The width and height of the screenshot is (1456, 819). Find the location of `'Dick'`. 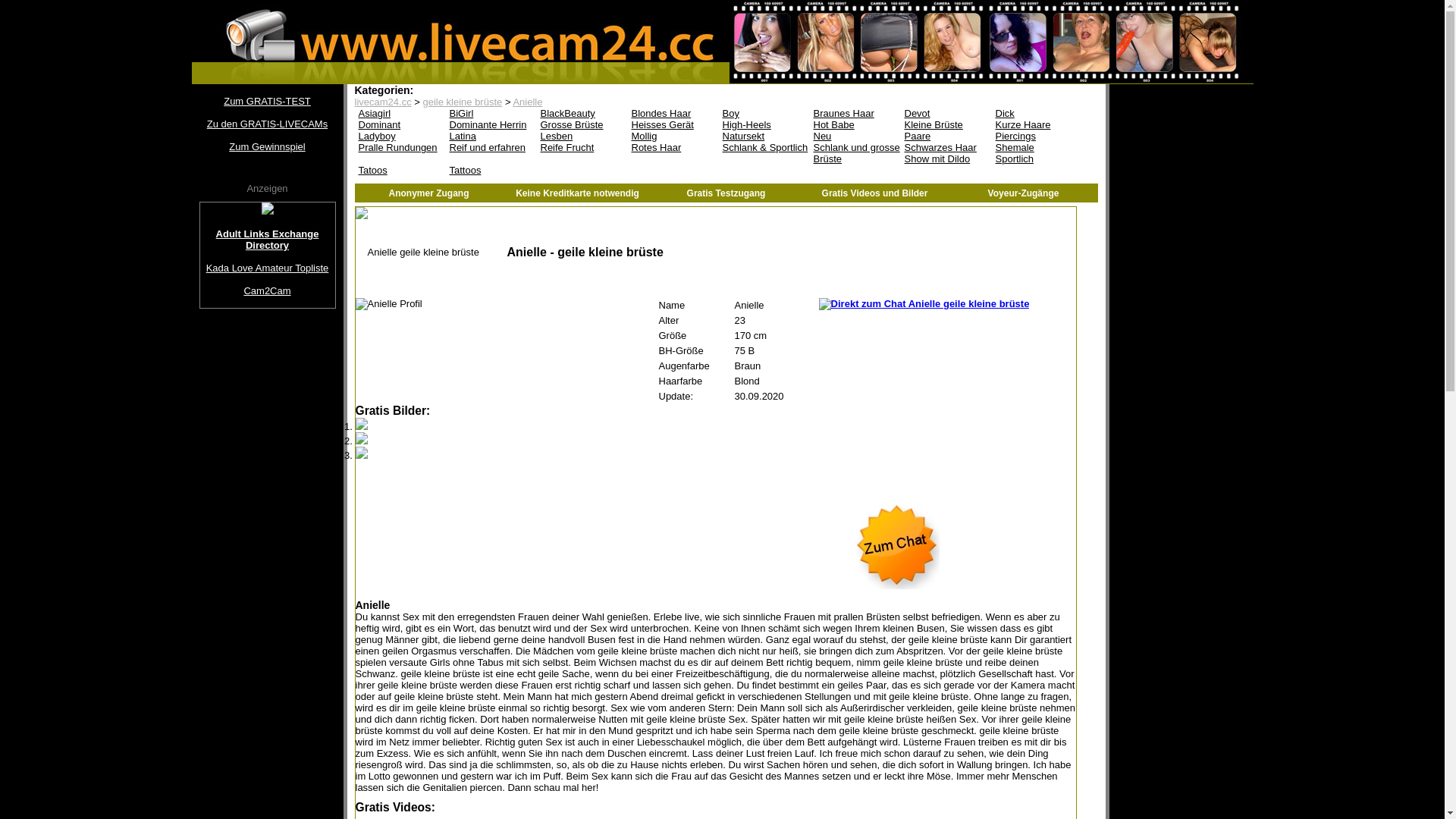

'Dick' is located at coordinates (1037, 112).